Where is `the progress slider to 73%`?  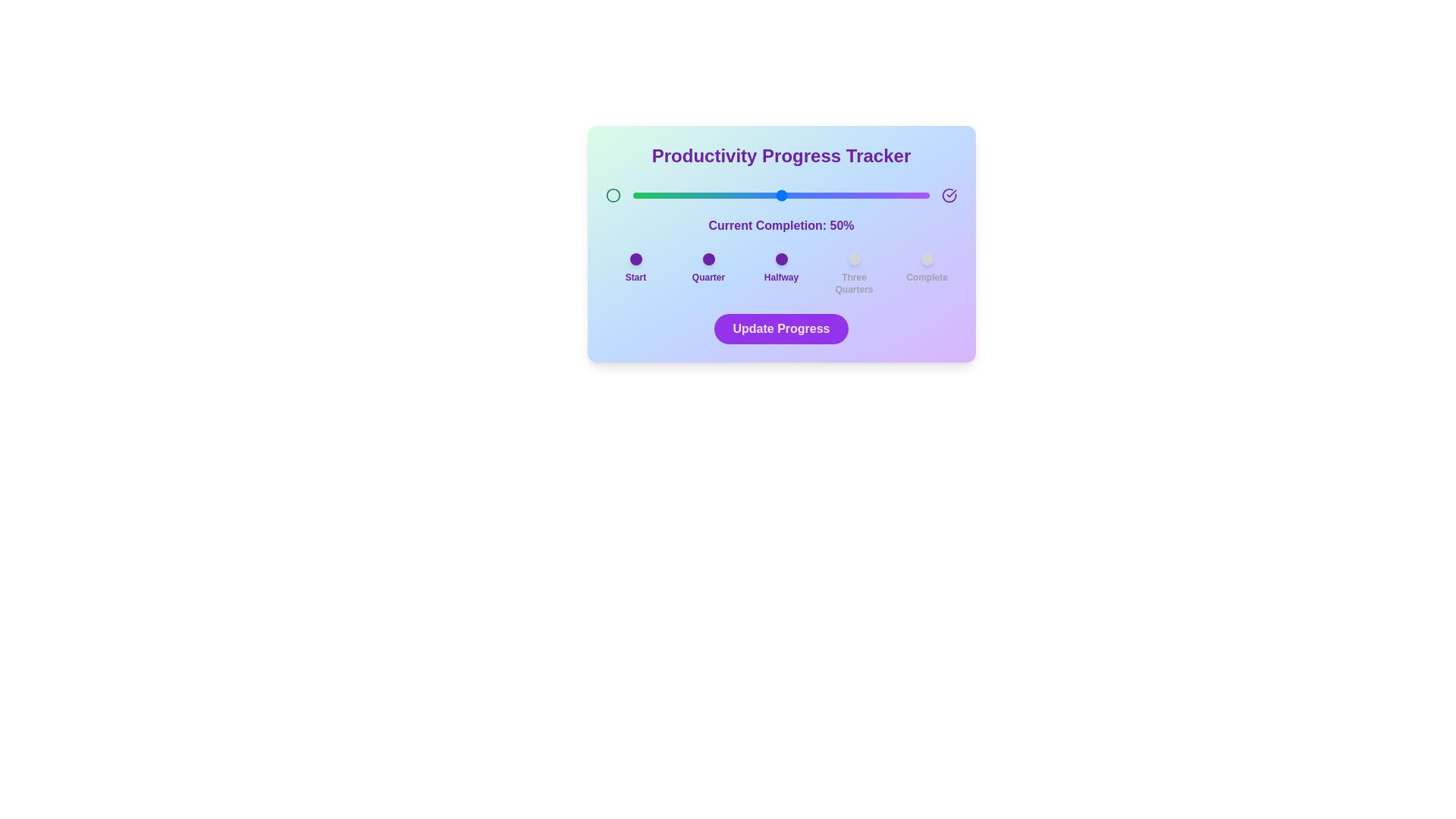 the progress slider to 73% is located at coordinates (849, 195).